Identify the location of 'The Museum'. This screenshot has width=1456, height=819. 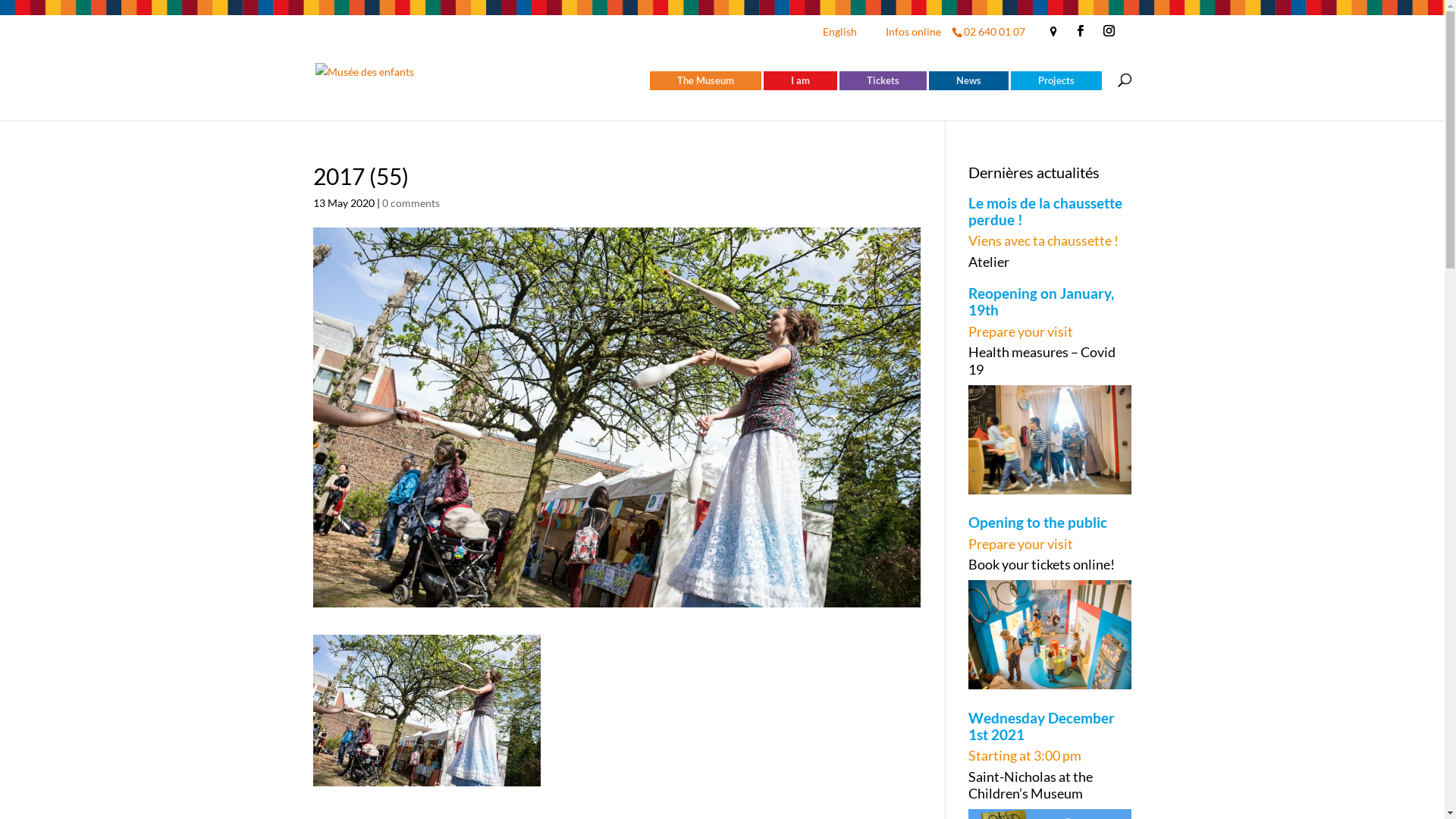
(704, 80).